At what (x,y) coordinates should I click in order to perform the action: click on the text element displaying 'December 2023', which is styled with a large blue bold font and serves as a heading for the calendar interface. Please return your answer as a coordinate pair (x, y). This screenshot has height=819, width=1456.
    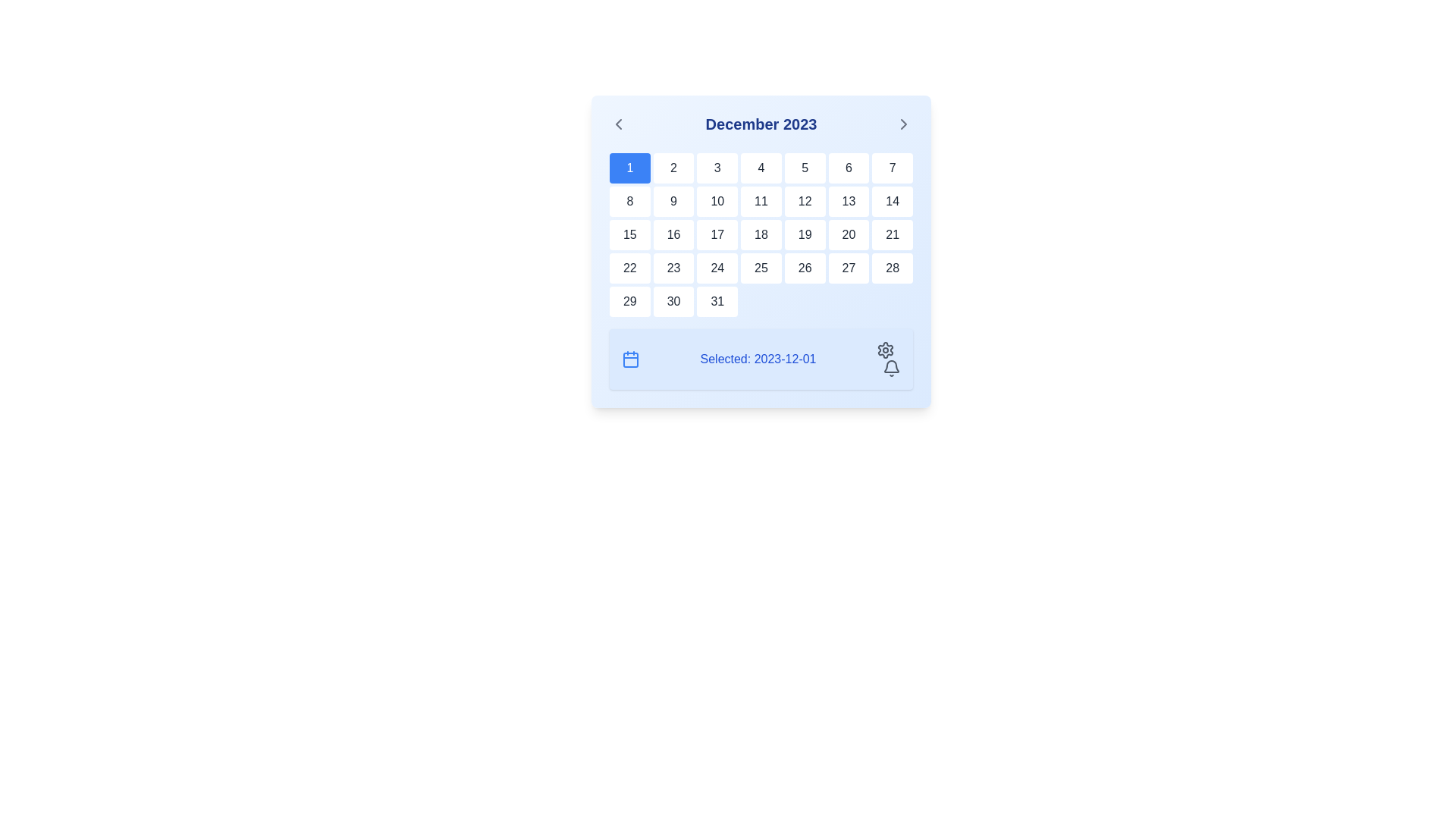
    Looking at the image, I should click on (761, 124).